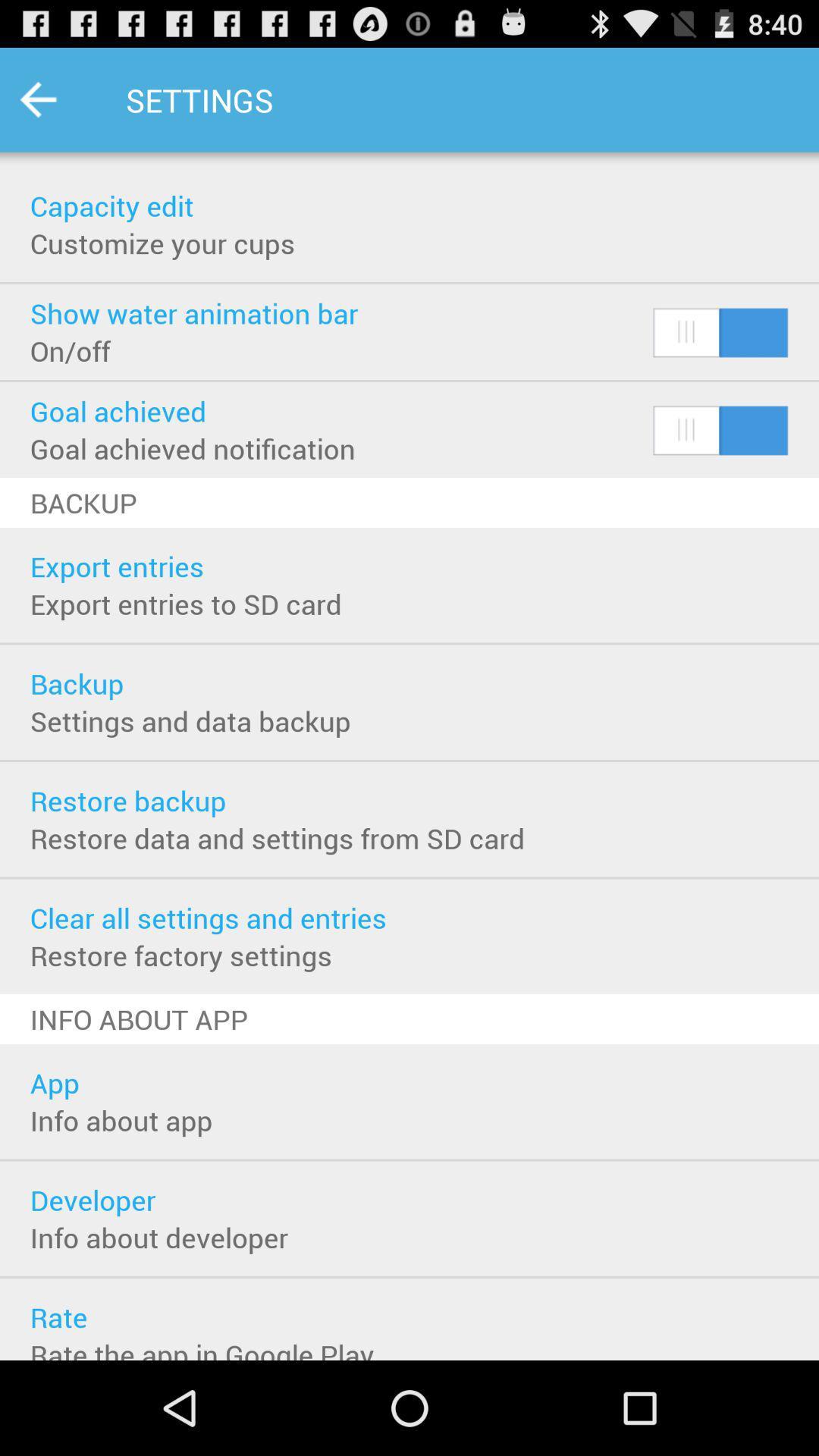  Describe the element at coordinates (58, 106) in the screenshot. I see `the arrow_backward icon` at that location.